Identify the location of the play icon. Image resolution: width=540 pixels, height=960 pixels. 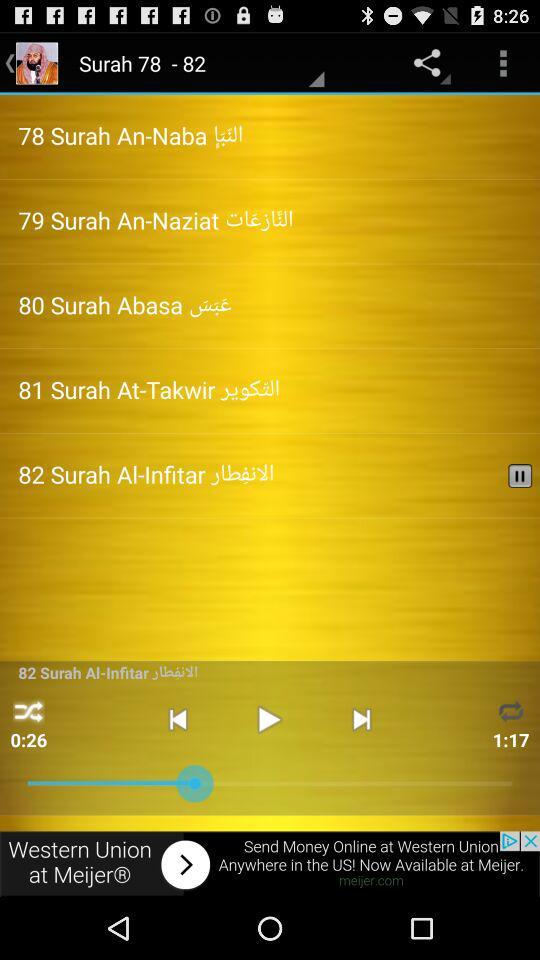
(269, 768).